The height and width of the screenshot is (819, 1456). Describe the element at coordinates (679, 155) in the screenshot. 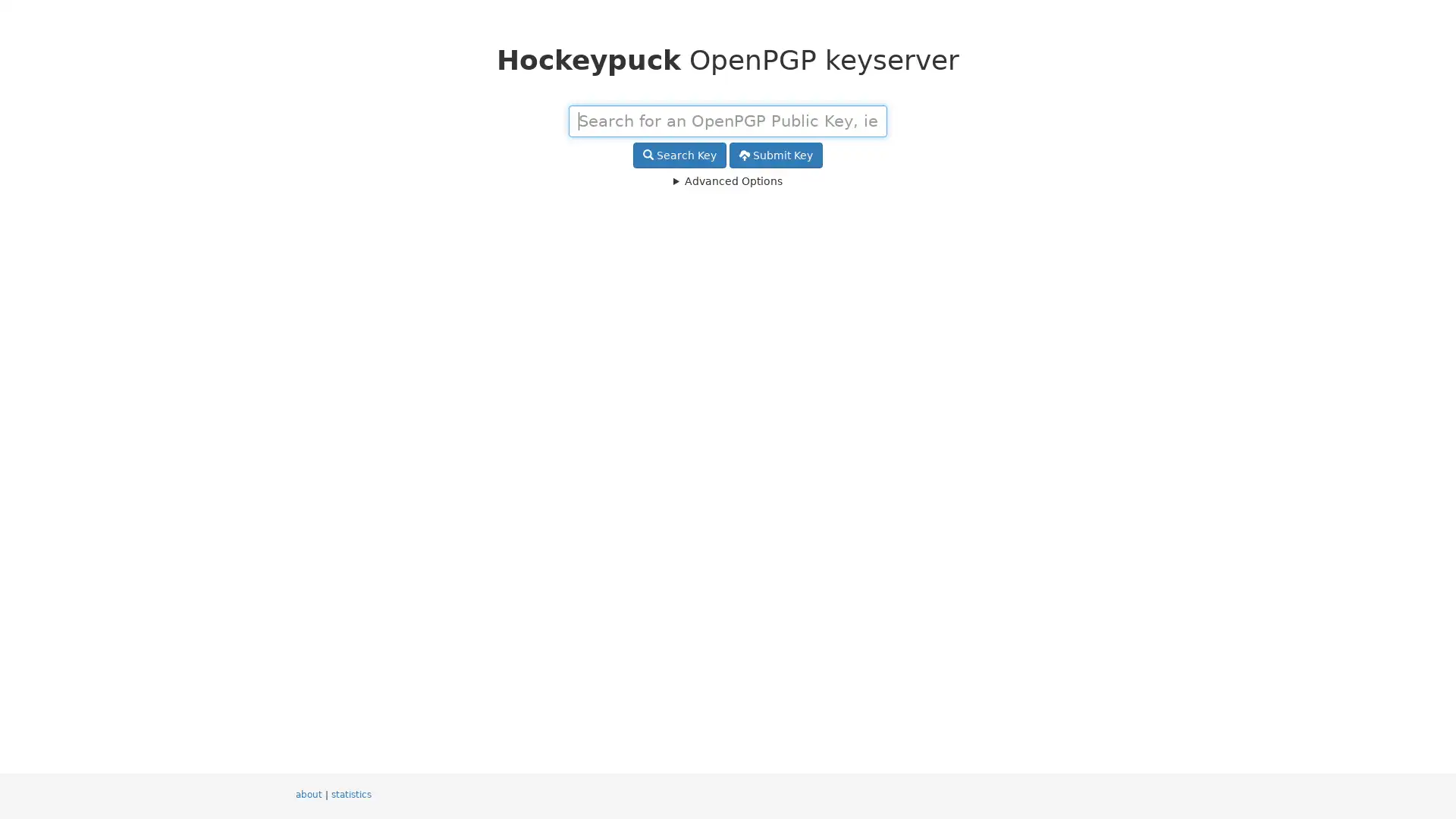

I see `Search Key` at that location.